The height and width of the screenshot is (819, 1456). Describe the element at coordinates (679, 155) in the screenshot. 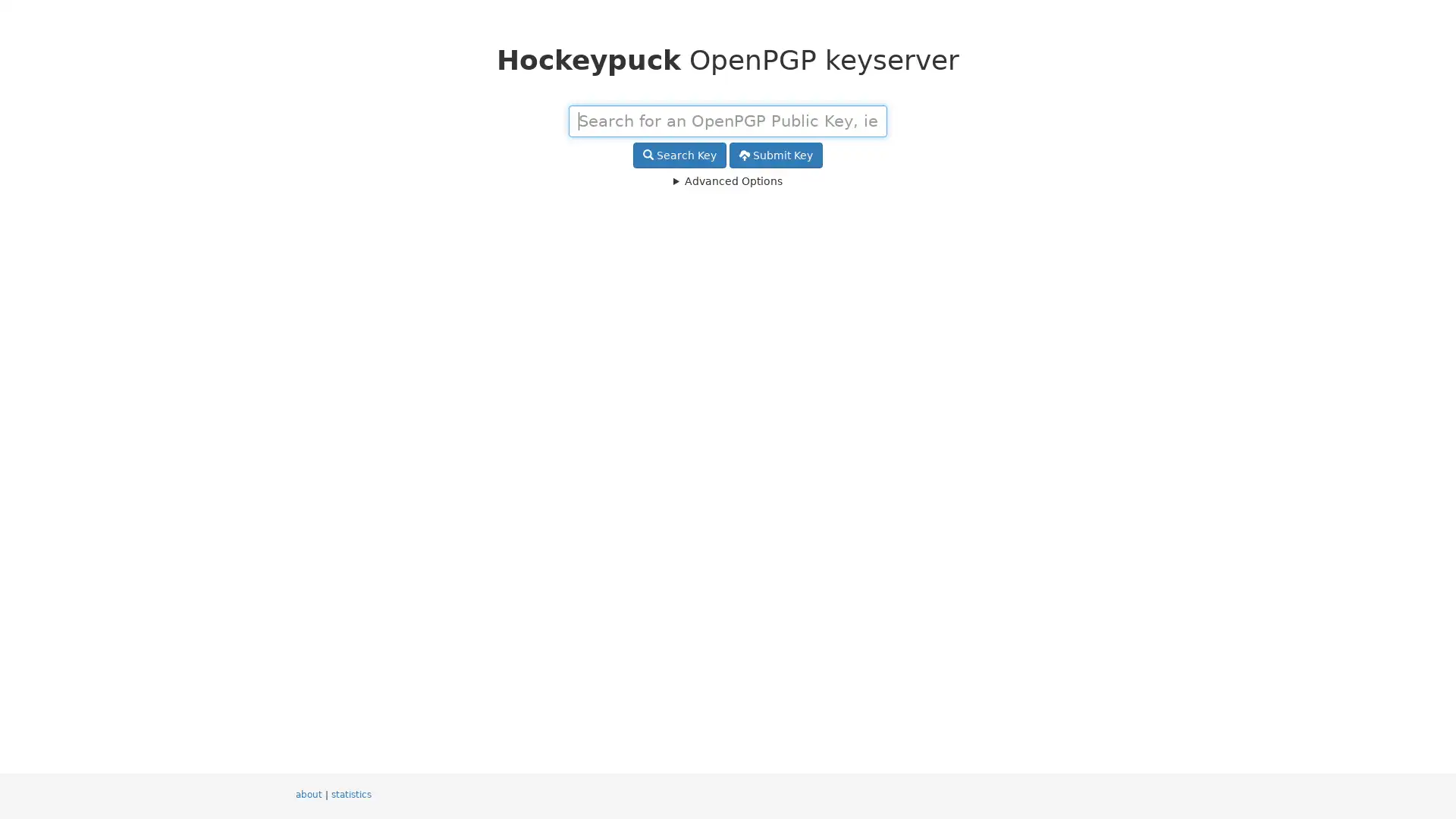

I see `Search Key` at that location.